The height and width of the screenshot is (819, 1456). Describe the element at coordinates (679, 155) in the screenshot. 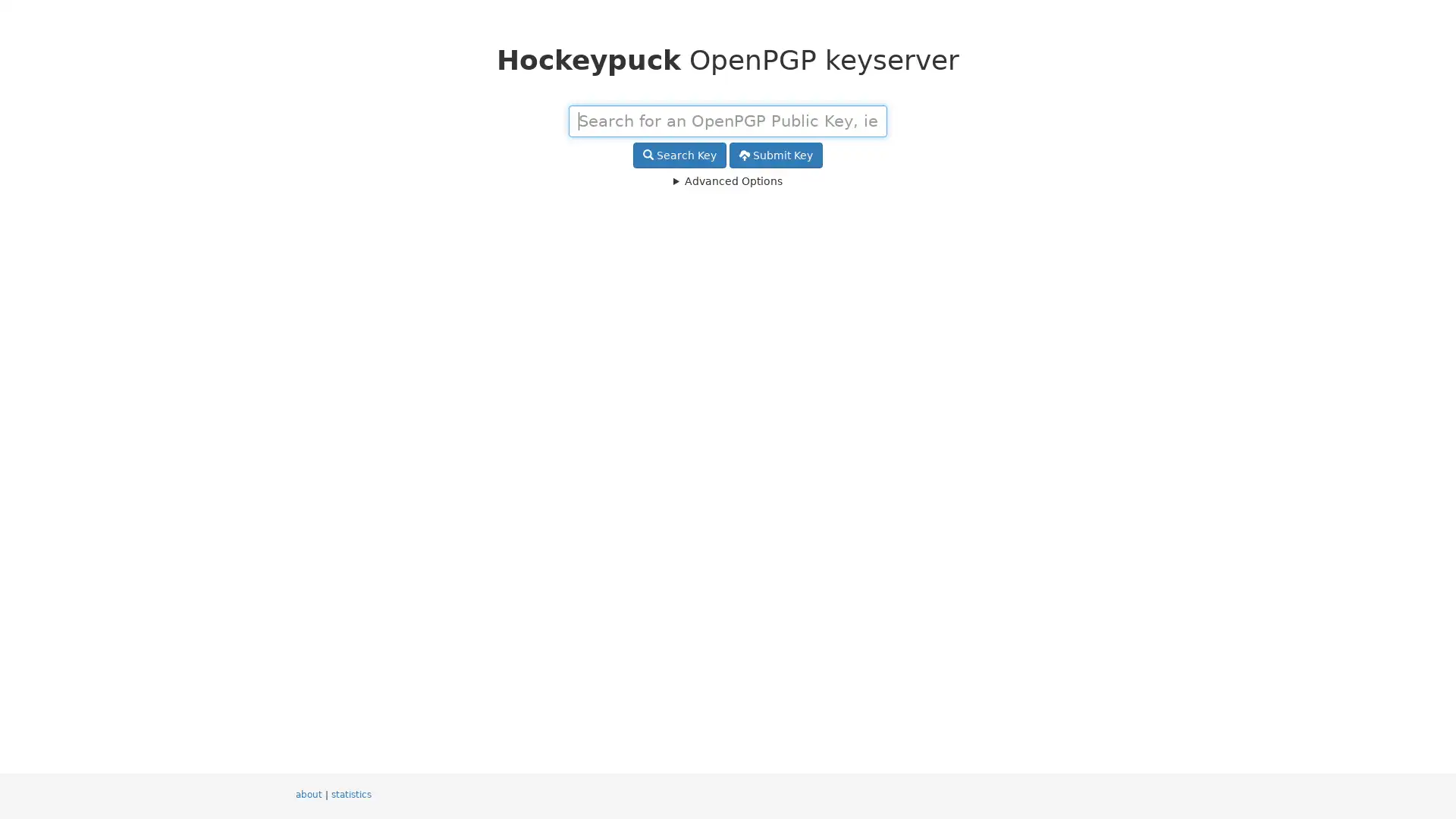

I see `Search Key` at that location.